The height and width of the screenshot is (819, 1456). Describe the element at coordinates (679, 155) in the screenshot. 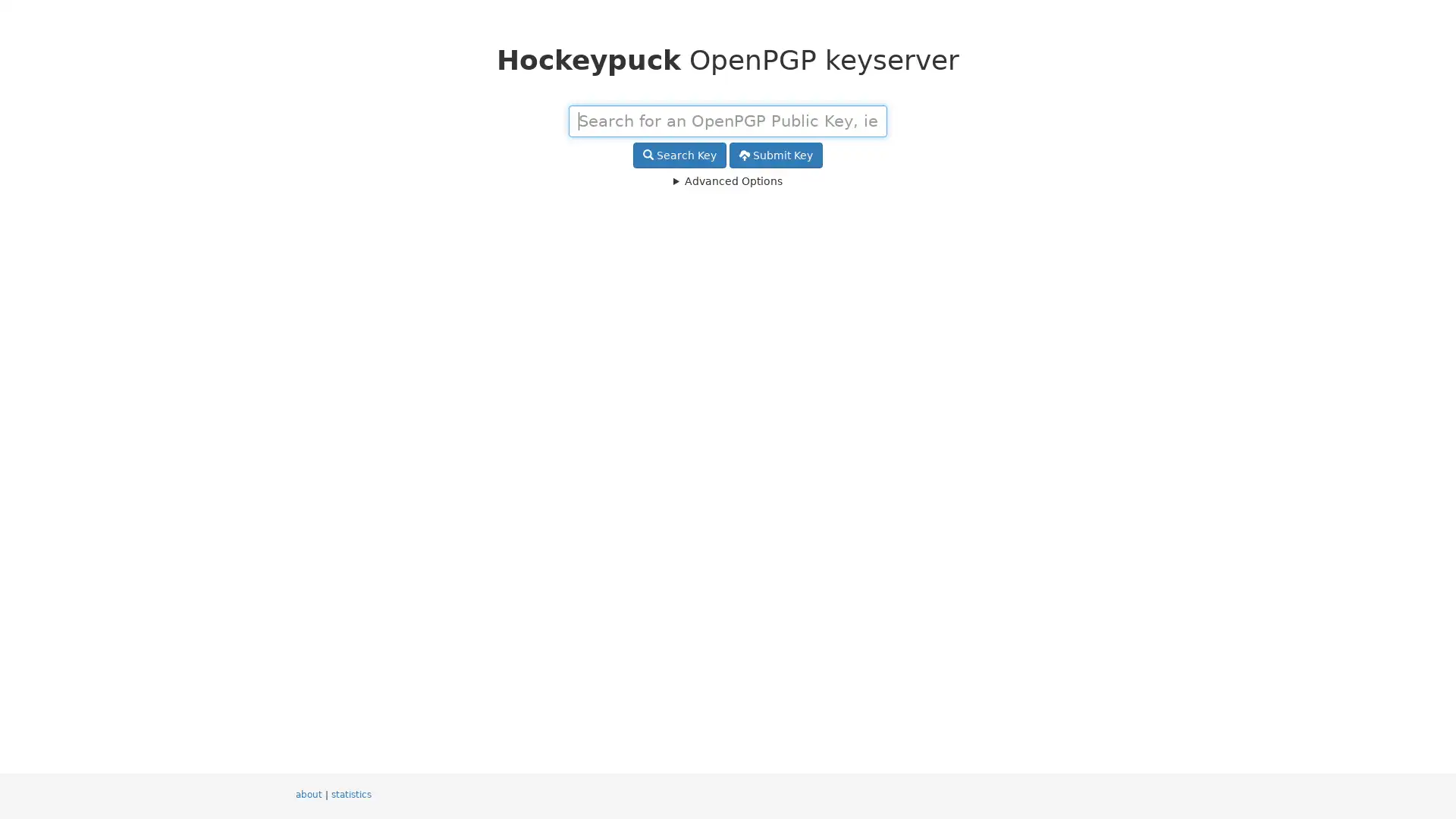

I see `Search Key` at that location.